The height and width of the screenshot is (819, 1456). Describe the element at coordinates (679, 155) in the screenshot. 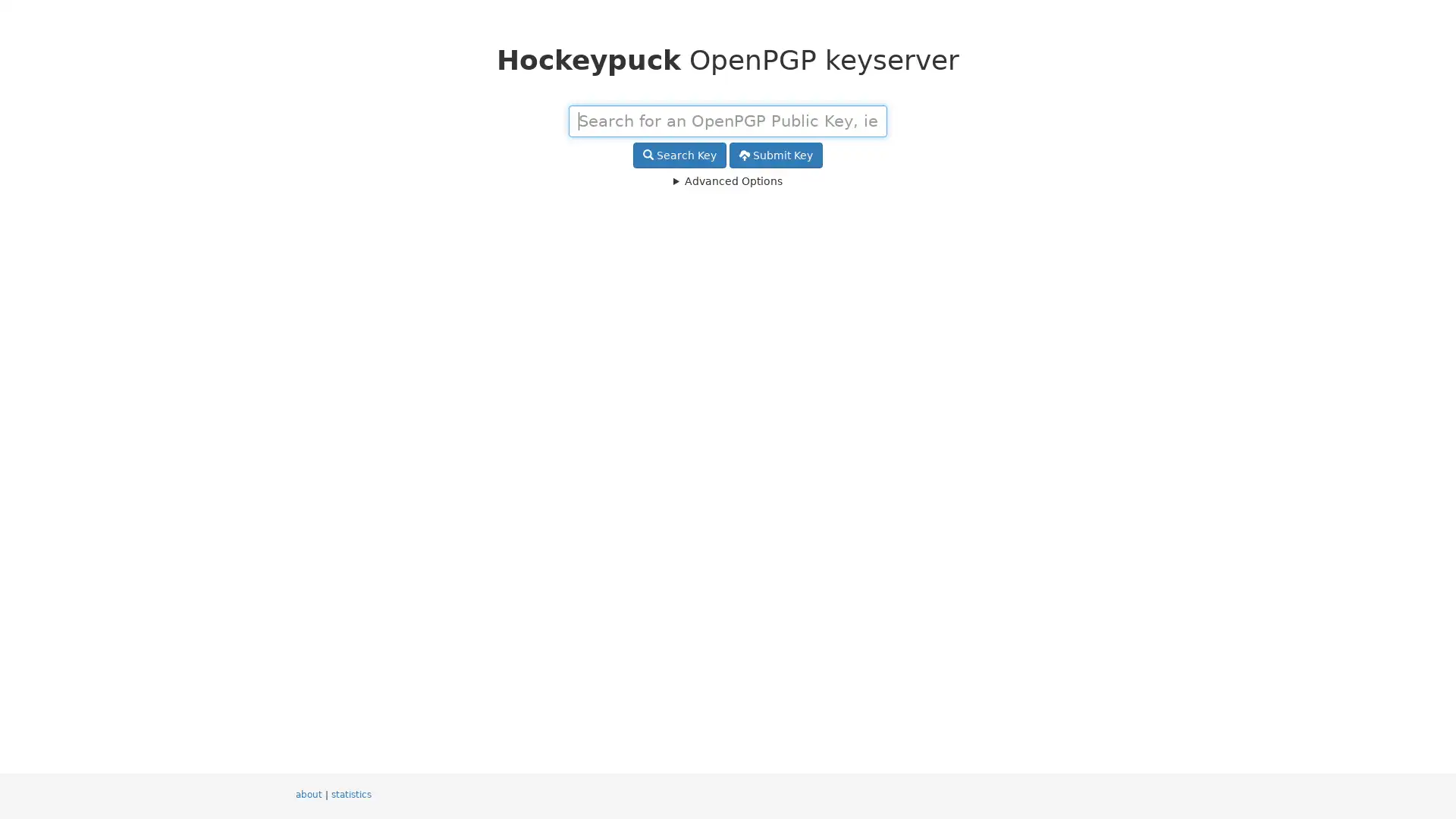

I see `Search Key` at that location.